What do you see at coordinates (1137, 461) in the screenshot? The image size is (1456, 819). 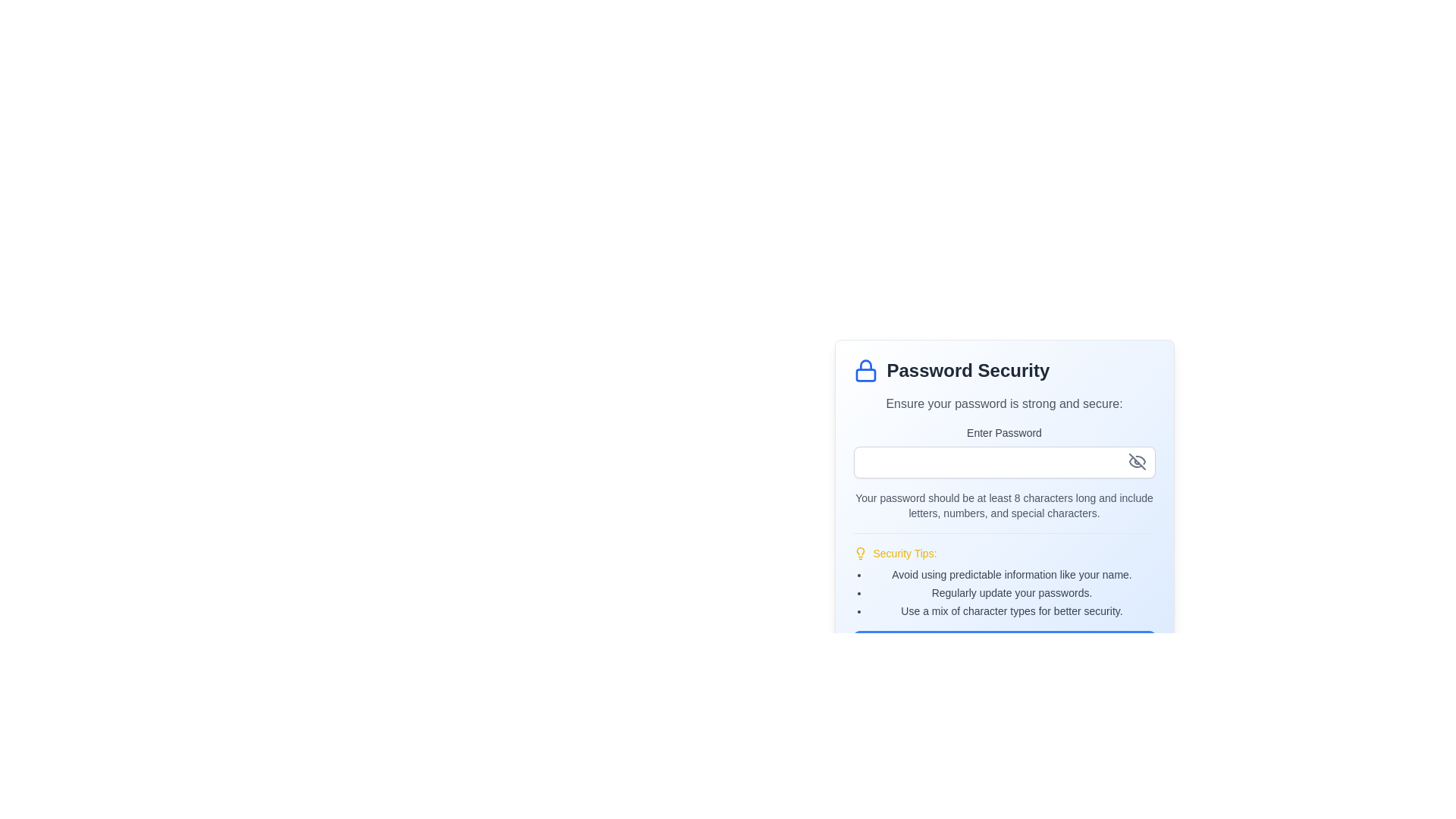 I see `the visibility toggle button, which is an icon depicting an eye with a diagonal line through it, located at the top-right corner of the password input field` at bounding box center [1137, 461].